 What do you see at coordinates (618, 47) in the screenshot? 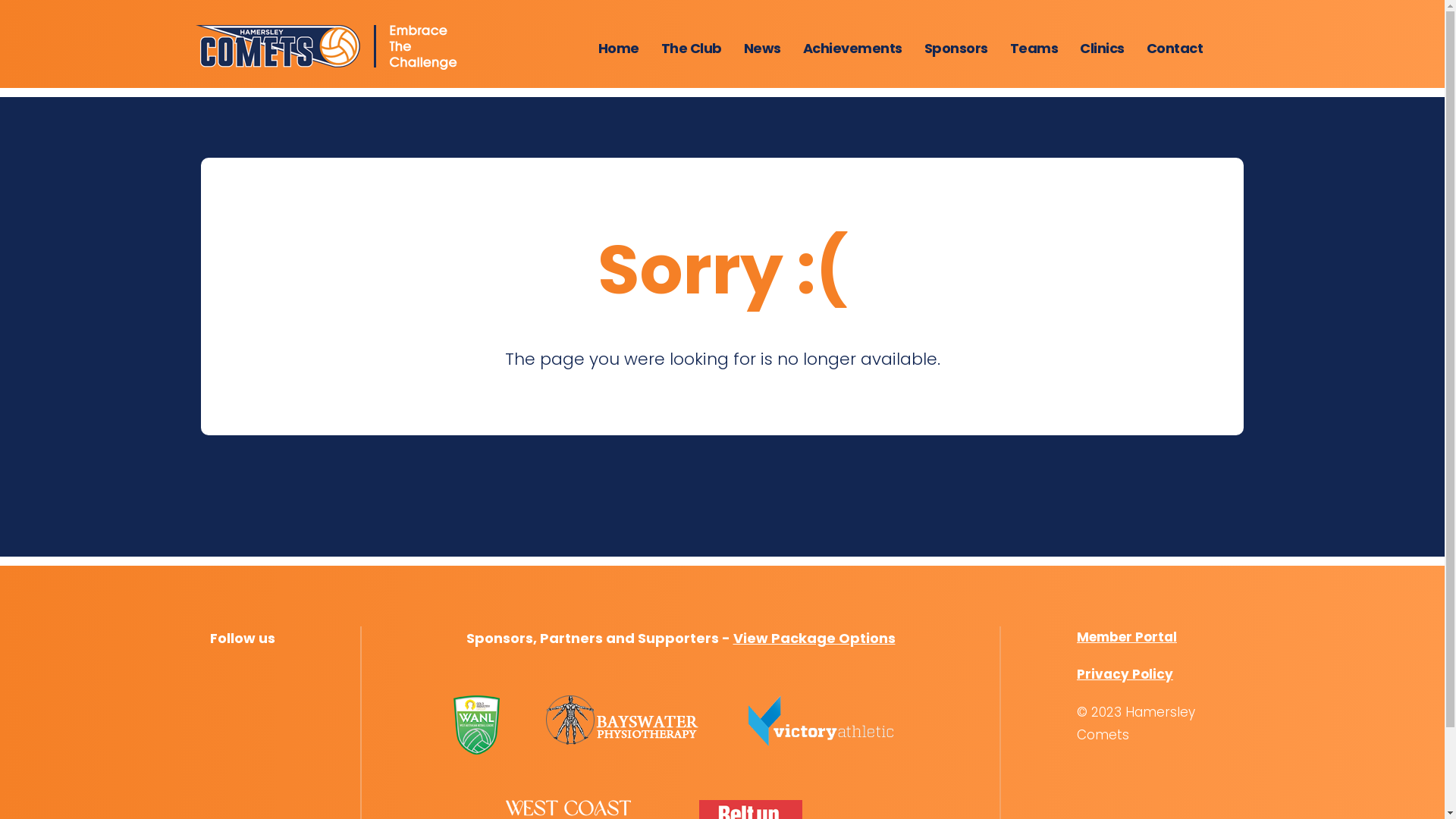
I see `'Home'` at bounding box center [618, 47].